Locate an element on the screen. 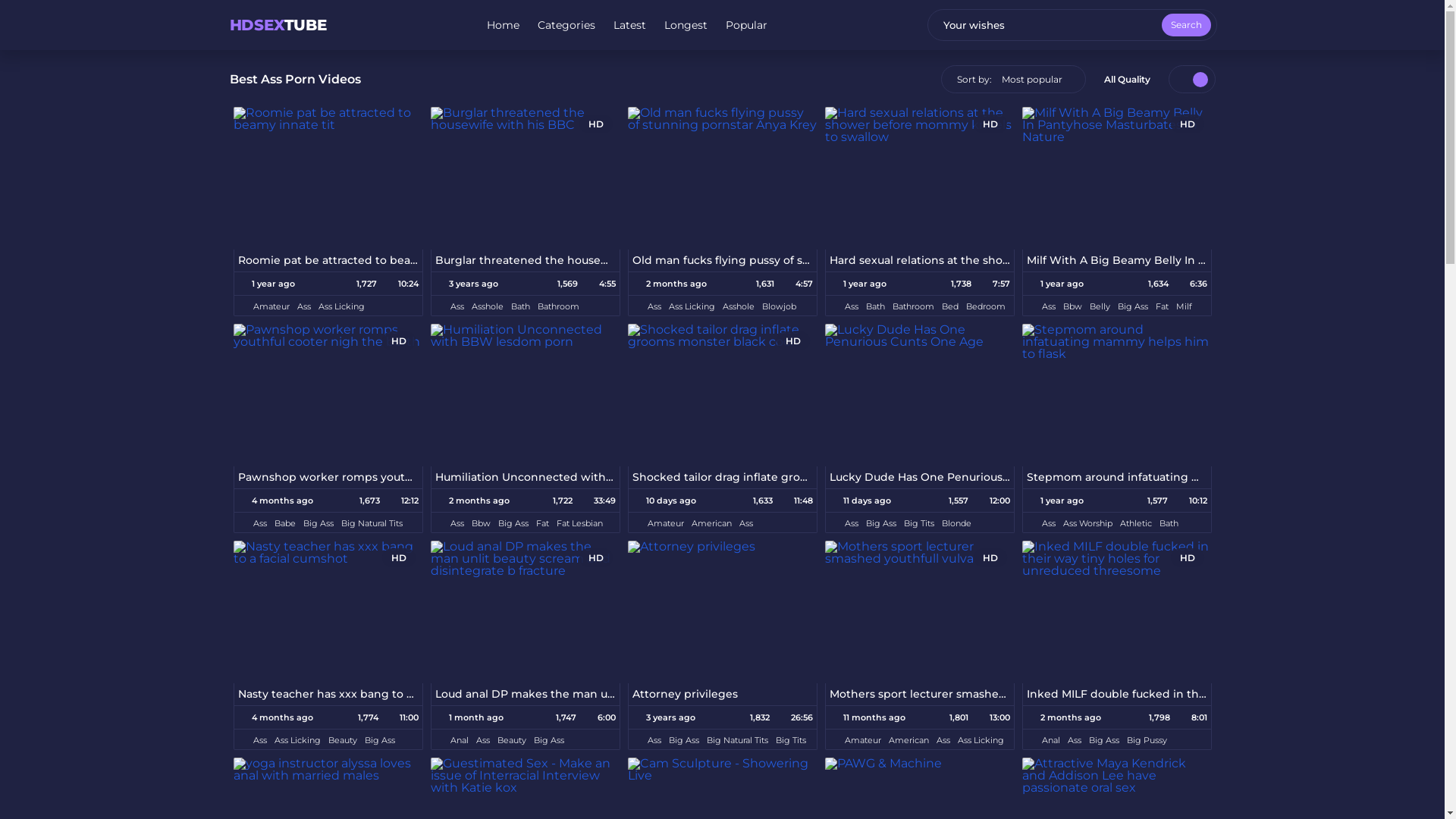  'Humiliation Unconnected with BBW lesdom porn' is located at coordinates (524, 476).